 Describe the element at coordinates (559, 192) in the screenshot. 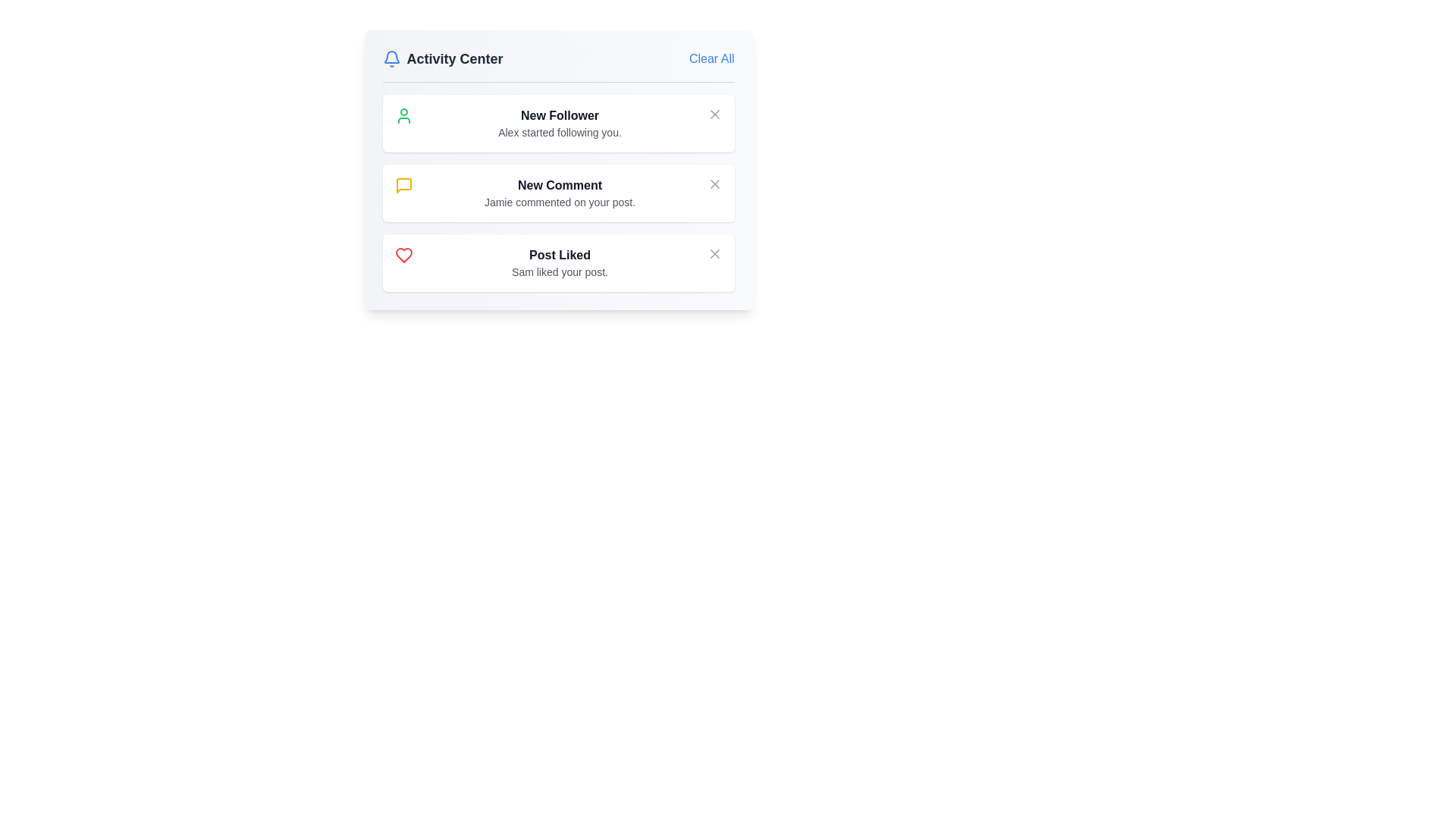

I see `informational text block containing the title 'New Comment' and description 'Jamie commented on your post.'` at that location.